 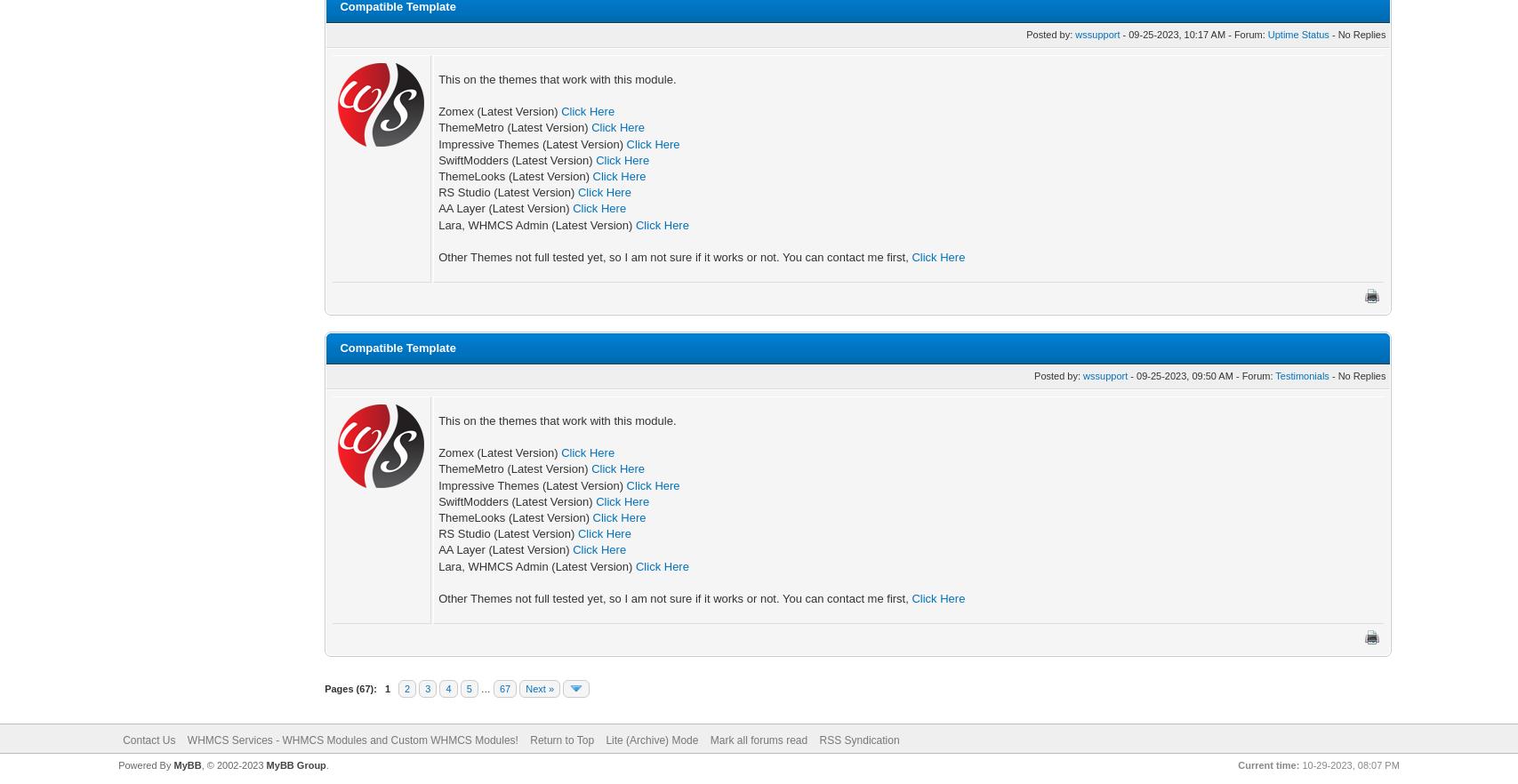 What do you see at coordinates (1348, 764) in the screenshot?
I see `'10-29-2023, 08:07 PM'` at bounding box center [1348, 764].